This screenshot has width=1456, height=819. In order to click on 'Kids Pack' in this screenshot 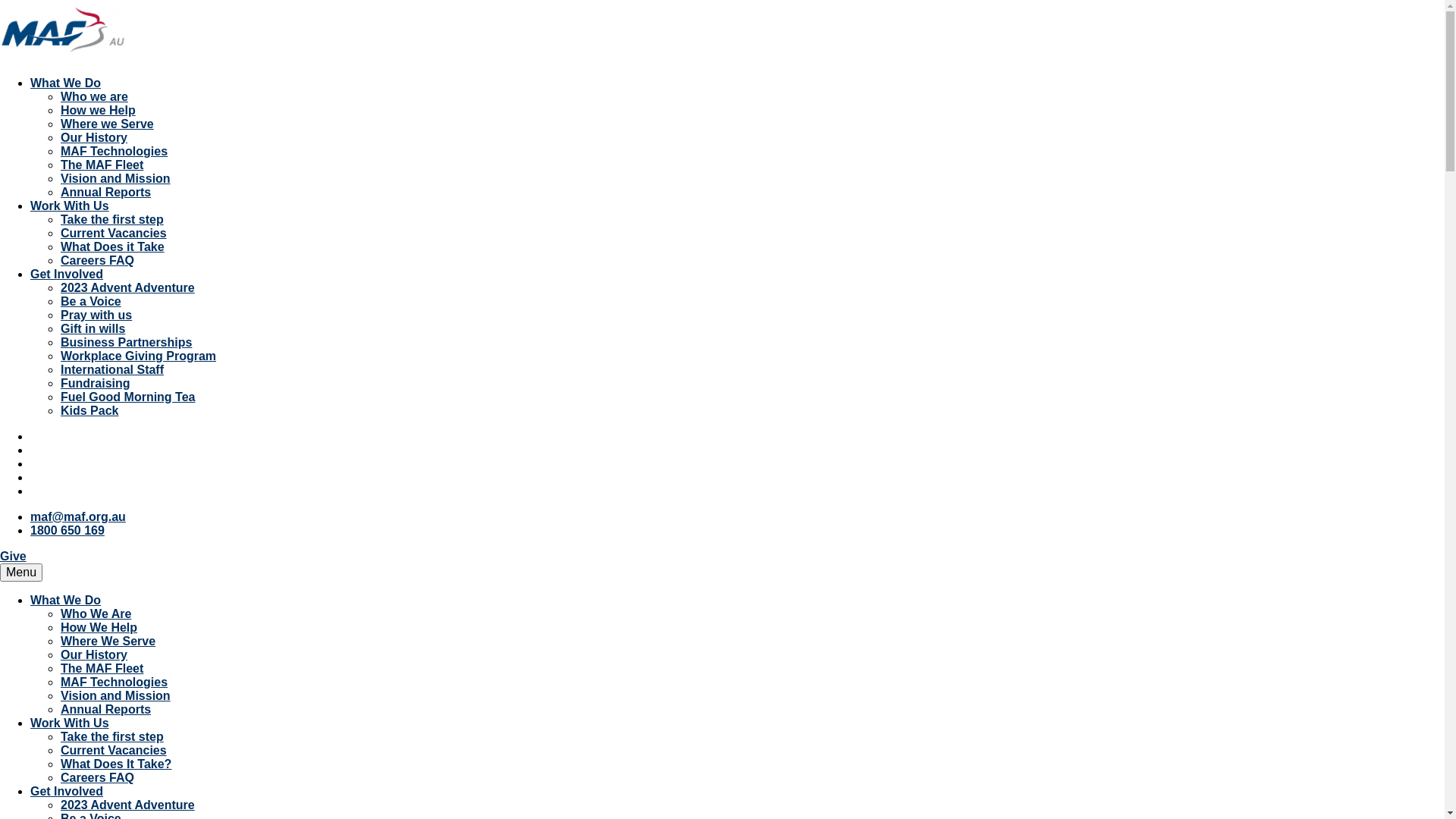, I will do `click(89, 410)`.